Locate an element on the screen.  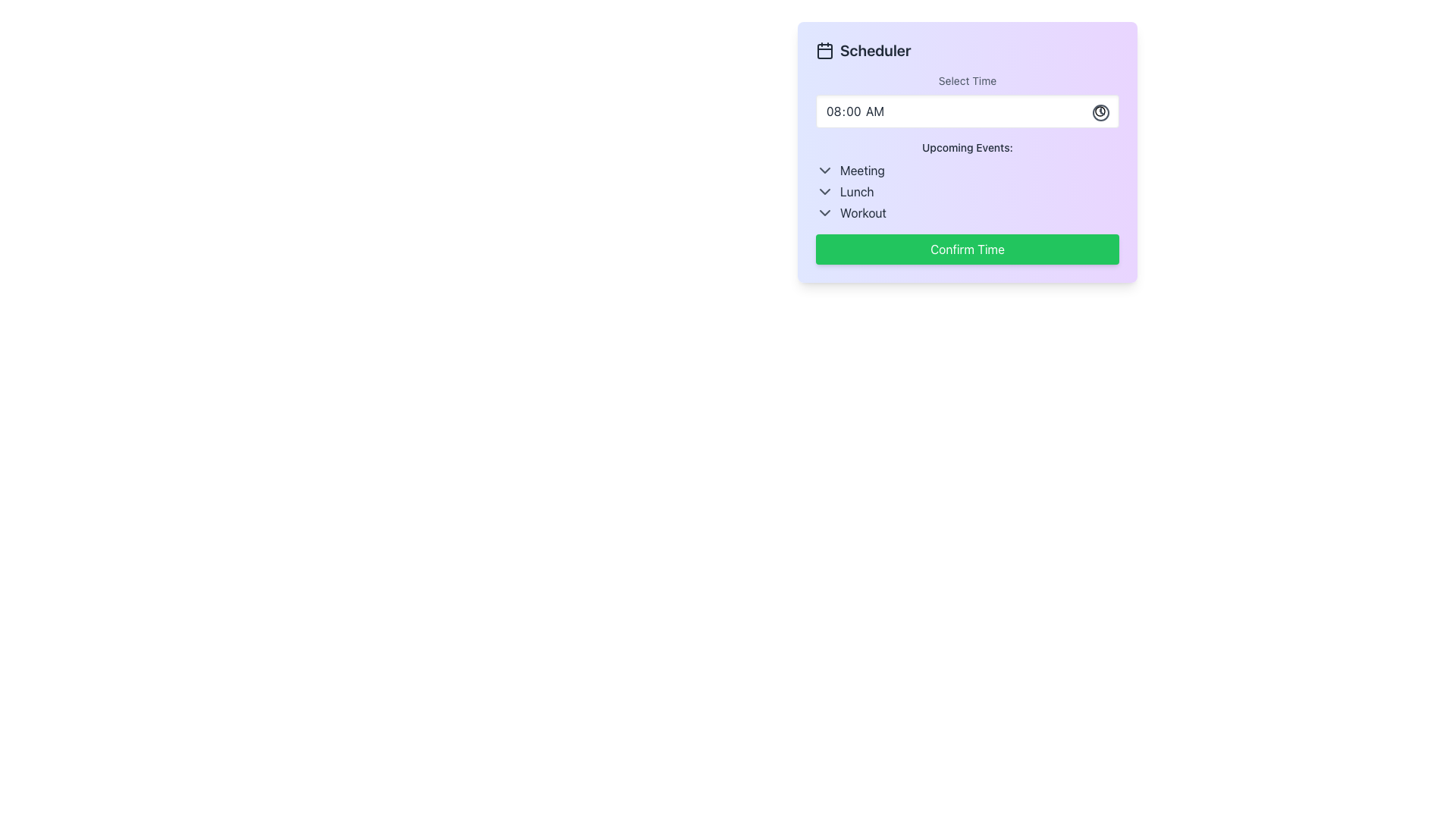
the static text label that displays 'Lunch', which is the second entry in the list of scheduled events, positioned between 'Meeting' above and 'Workout' below is located at coordinates (857, 191).